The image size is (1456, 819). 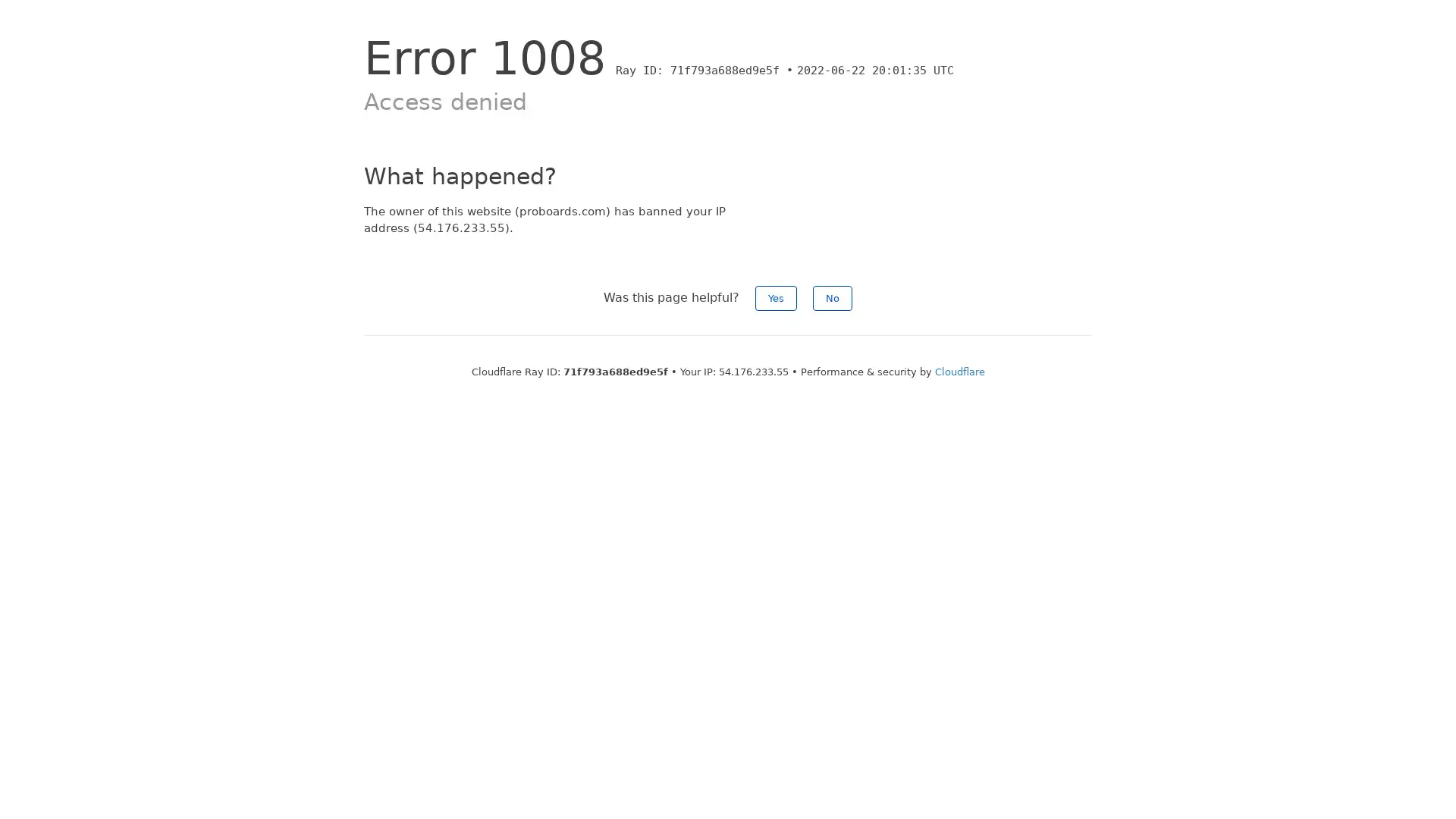 What do you see at coordinates (776, 297) in the screenshot?
I see `Yes` at bounding box center [776, 297].